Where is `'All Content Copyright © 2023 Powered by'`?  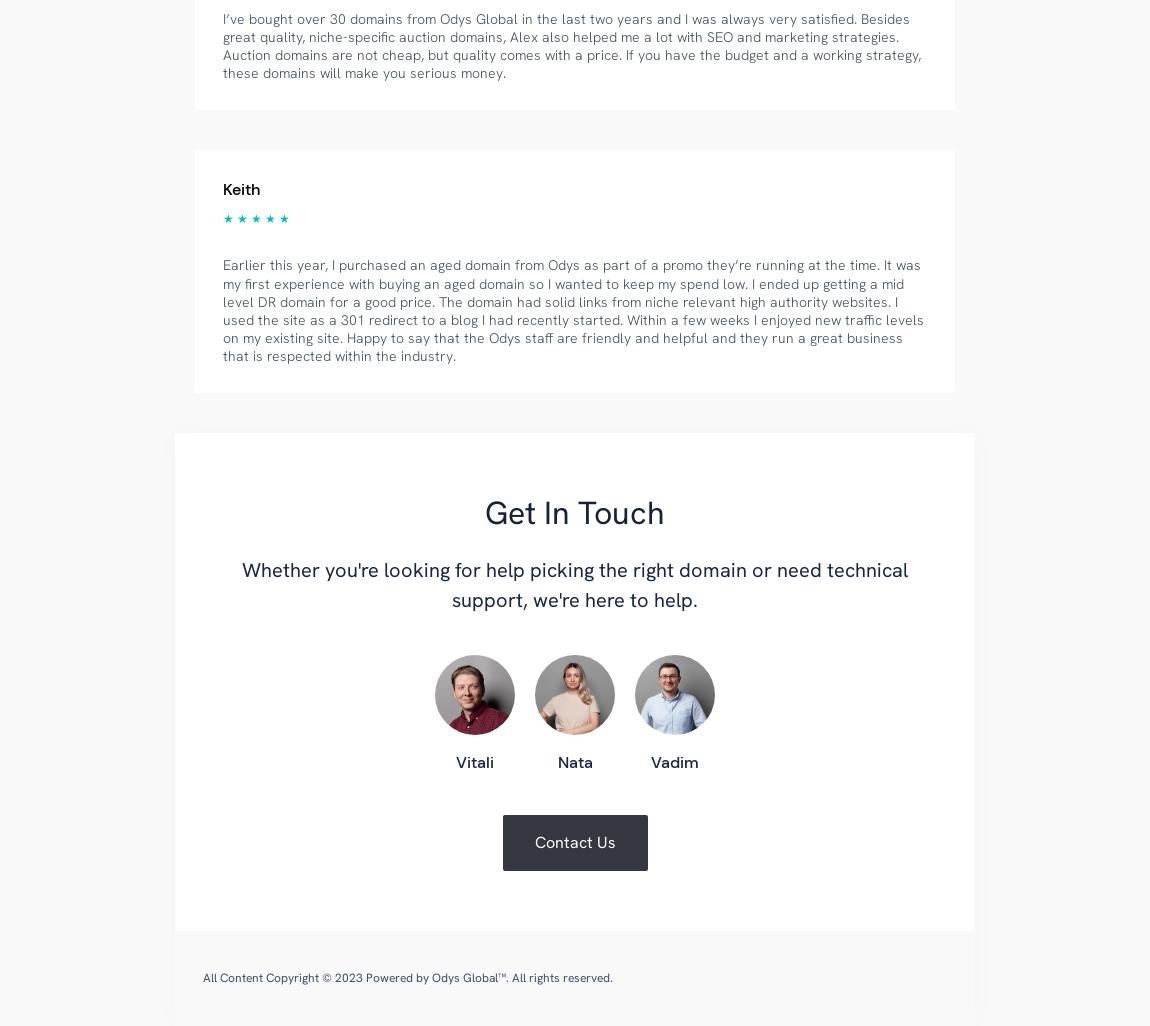 'All Content Copyright © 2023 Powered by' is located at coordinates (317, 976).